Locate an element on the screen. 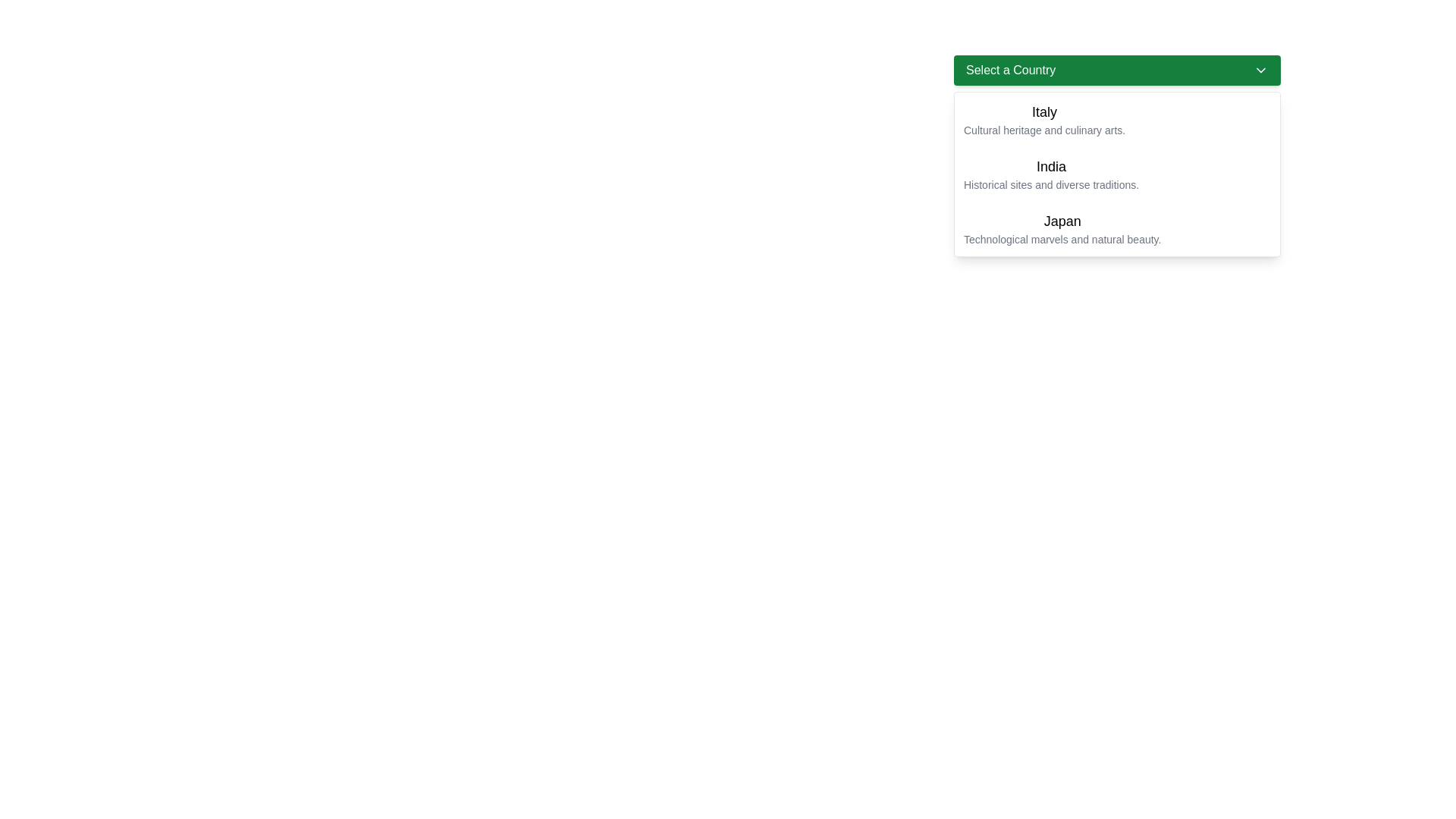 Image resolution: width=1456 pixels, height=819 pixels. the dropdown list item labeled 'Italy' to navigate is located at coordinates (1043, 119).